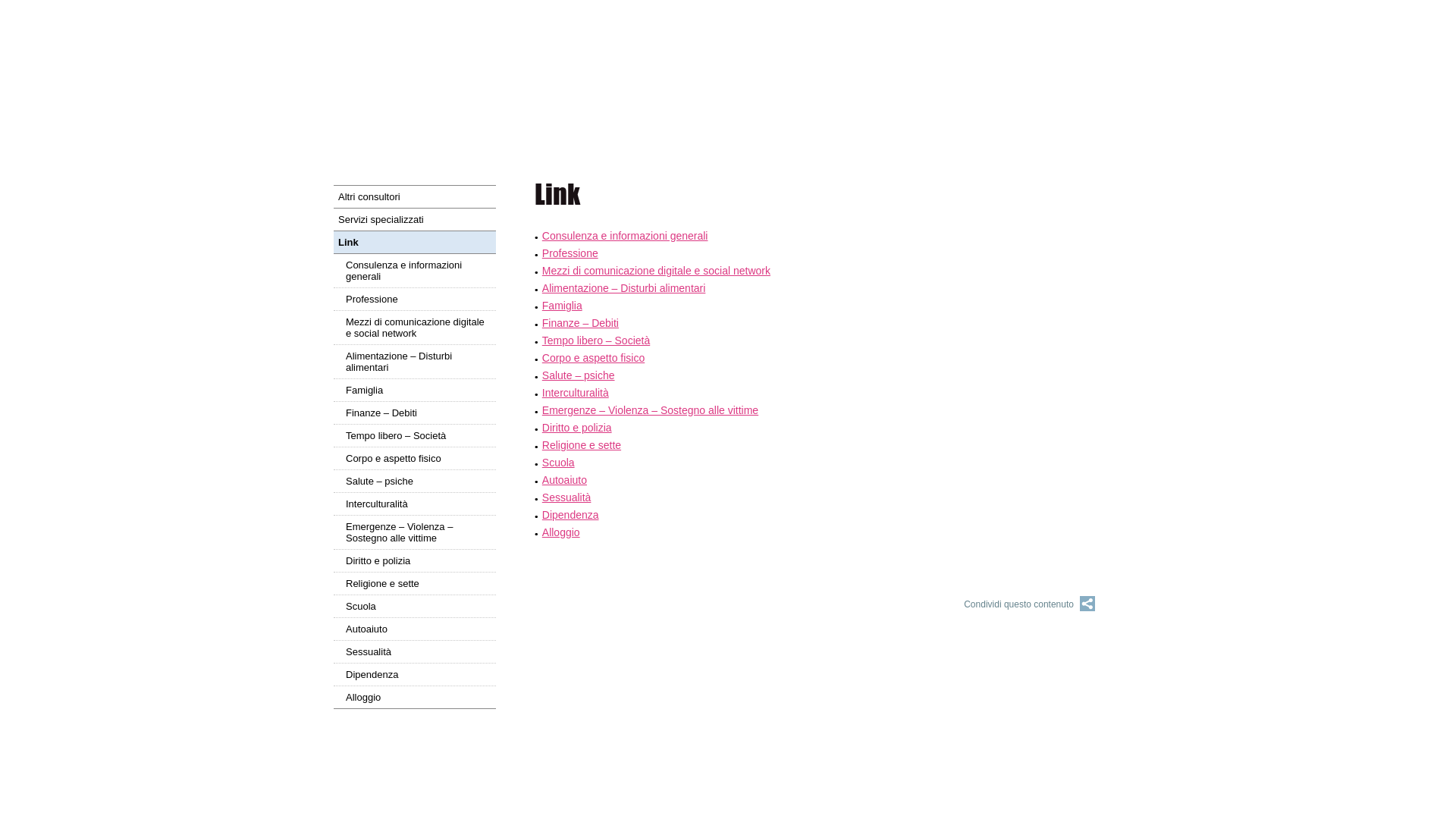  I want to click on 'Autoaiuto', so click(415, 629).